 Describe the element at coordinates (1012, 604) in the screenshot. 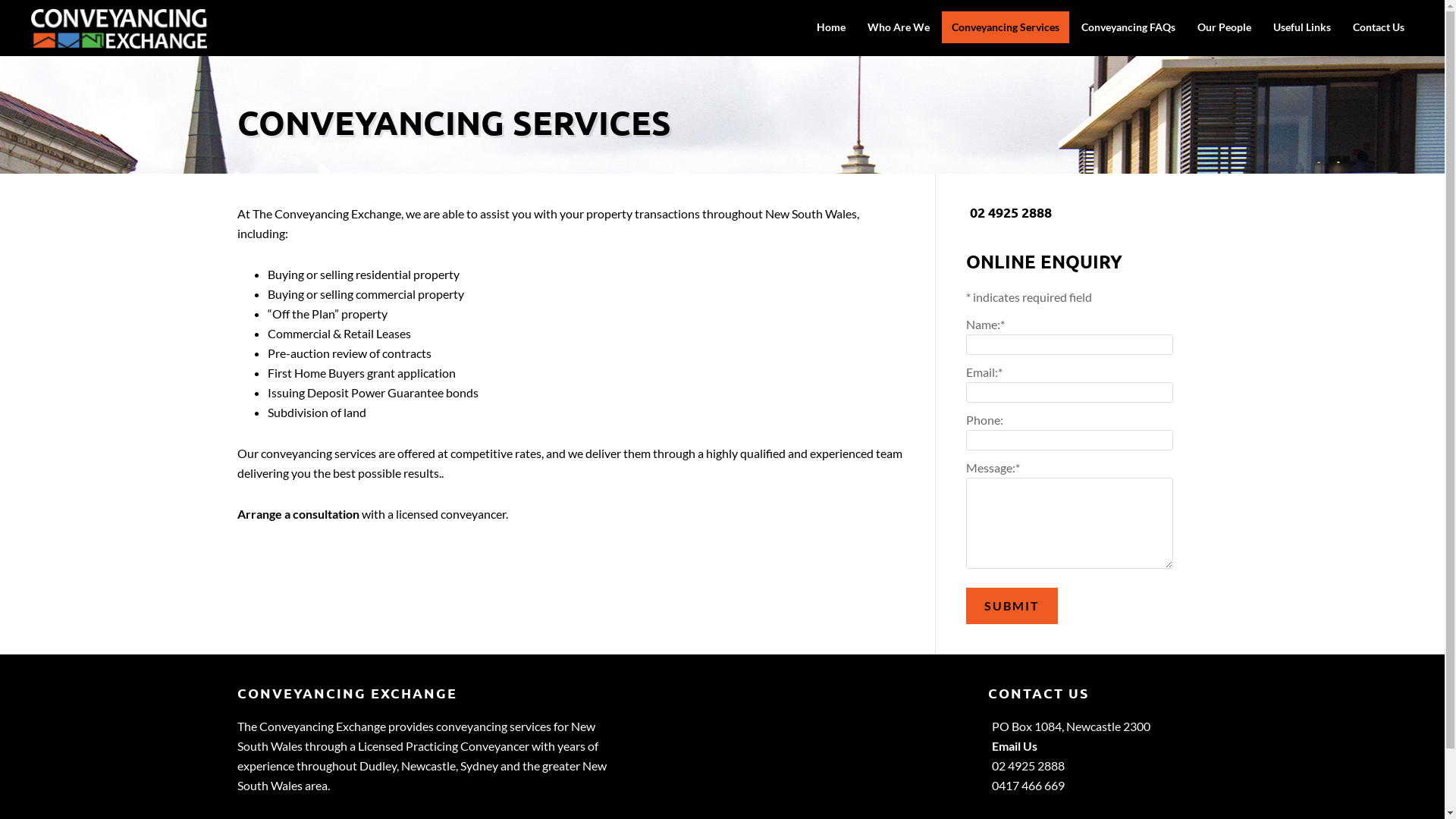

I see `'Submit'` at that location.